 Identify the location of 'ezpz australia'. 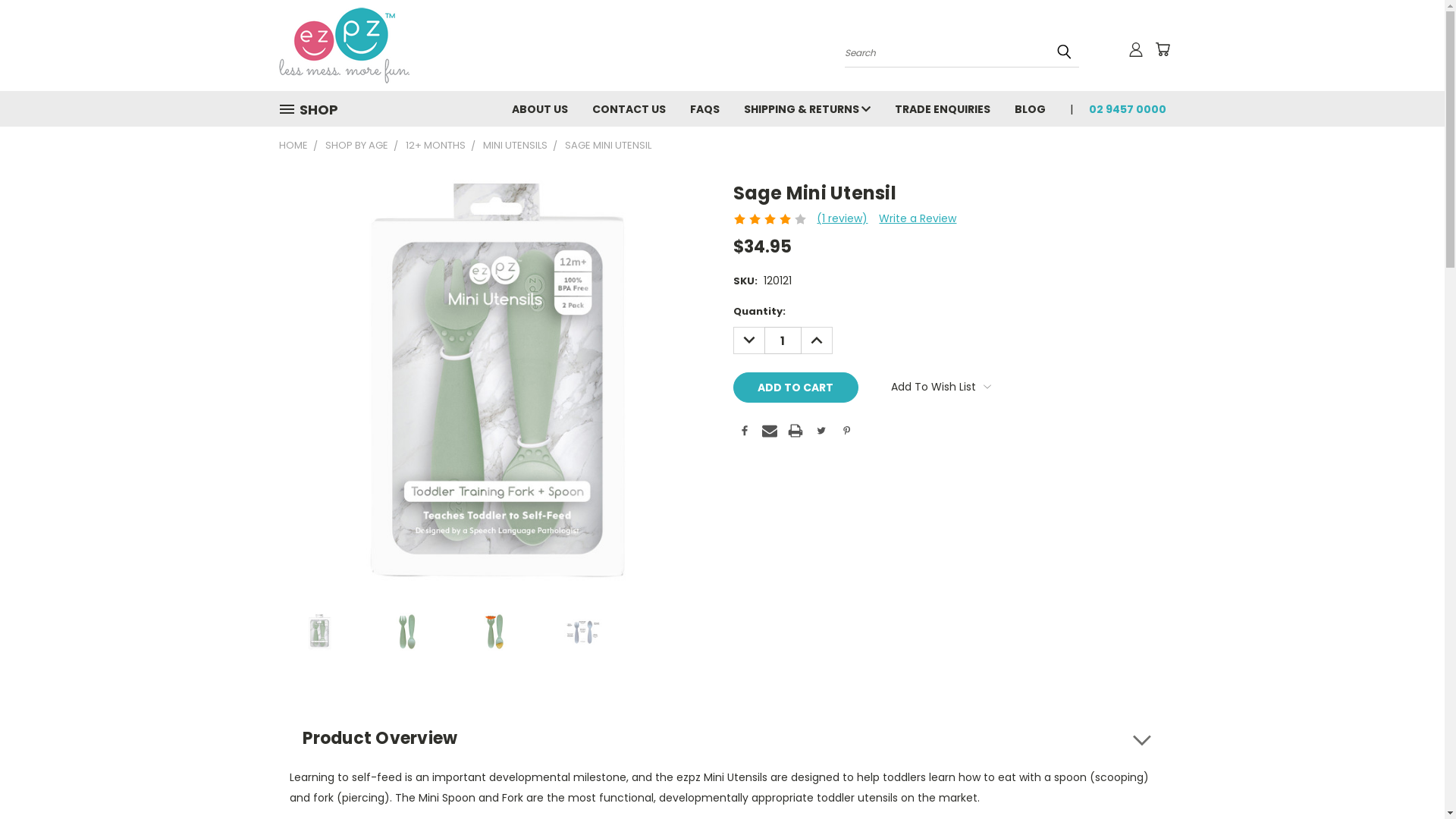
(344, 45).